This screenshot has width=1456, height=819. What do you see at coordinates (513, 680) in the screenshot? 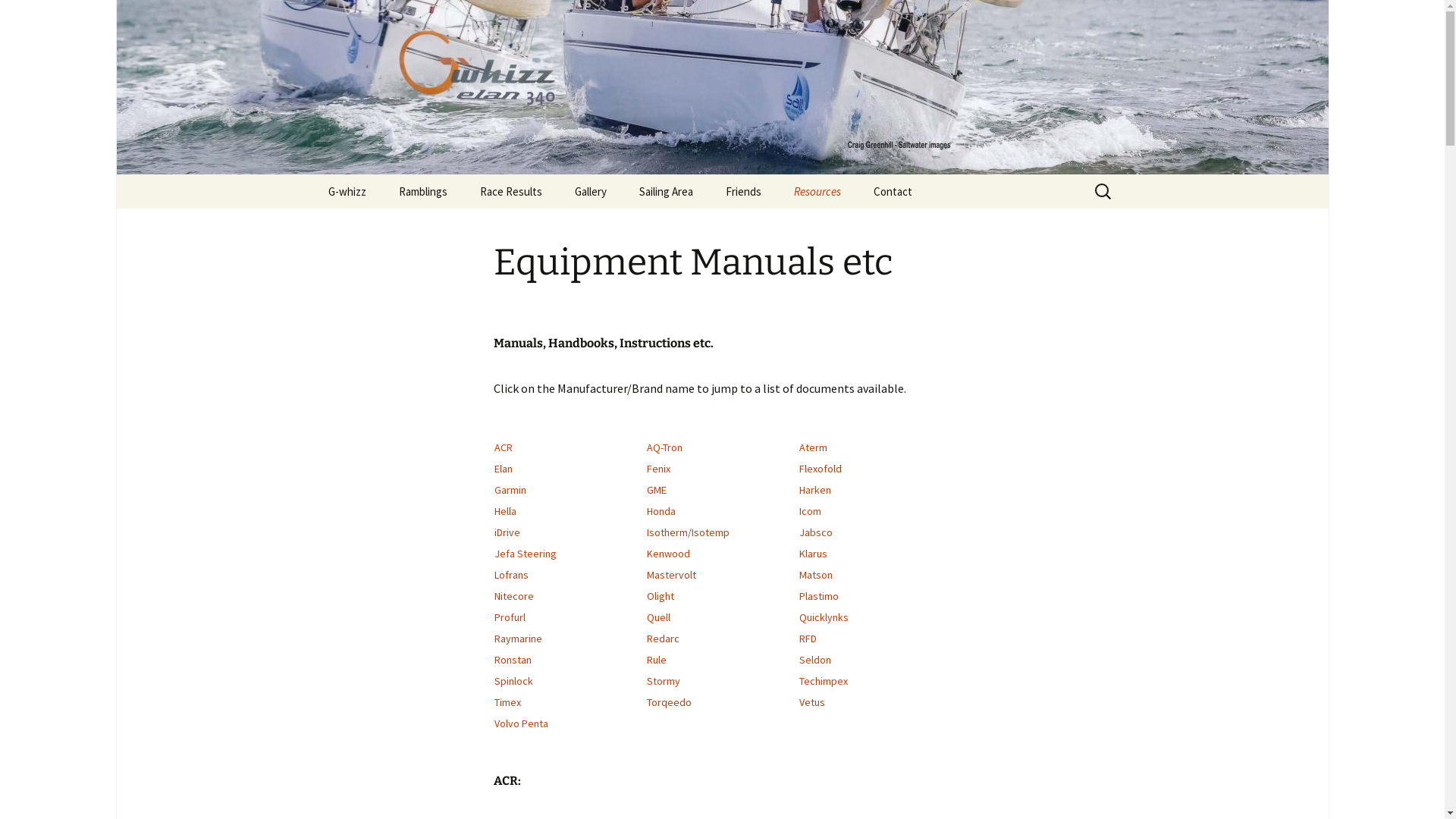
I see `'Spinlock'` at bounding box center [513, 680].